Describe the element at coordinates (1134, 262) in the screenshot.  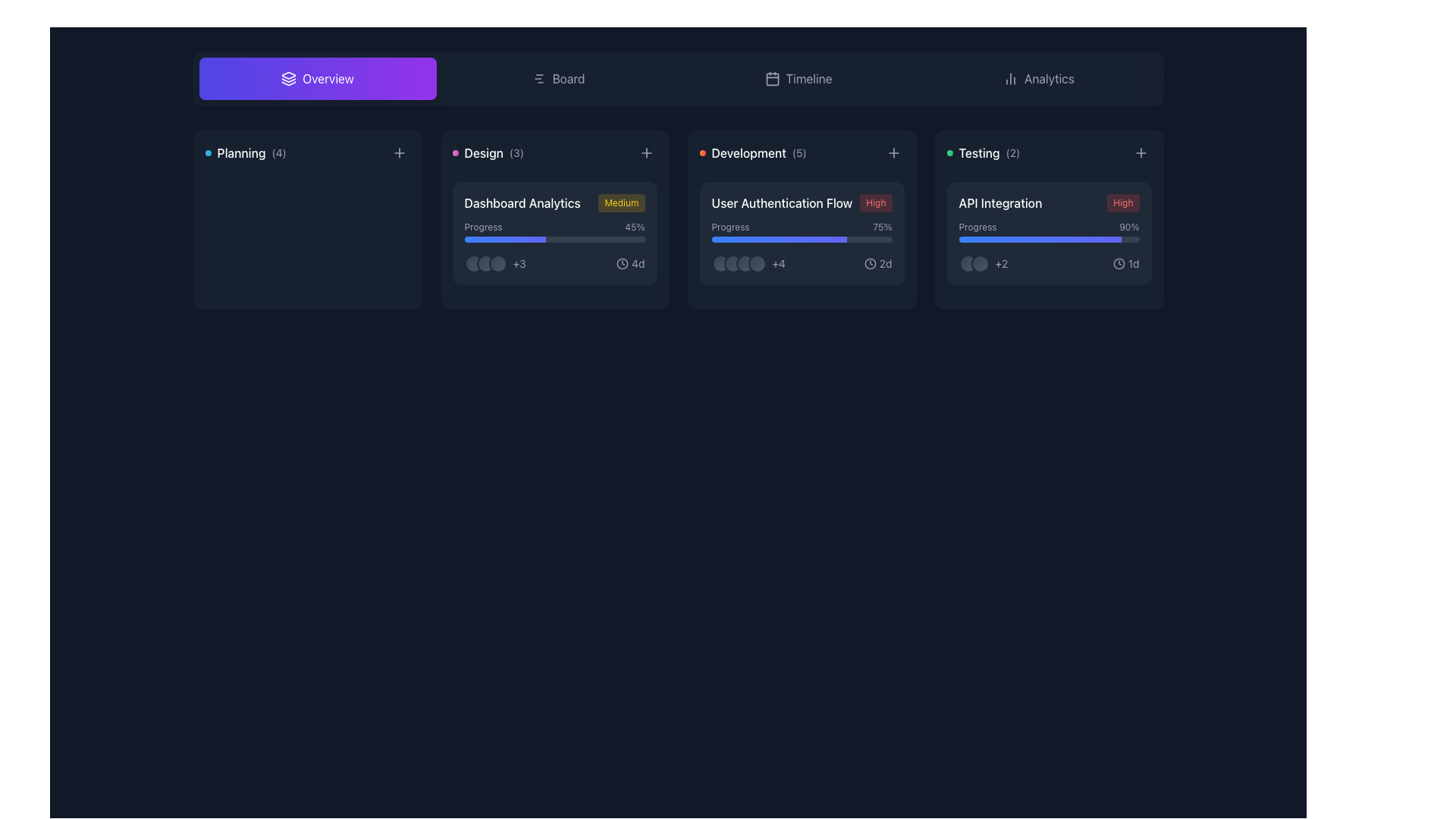
I see `the static text displaying '1d' in light gray color located in the bottom-right corner of the 'API Integration' card in the 'Testing' column, next to the clock icon` at that location.